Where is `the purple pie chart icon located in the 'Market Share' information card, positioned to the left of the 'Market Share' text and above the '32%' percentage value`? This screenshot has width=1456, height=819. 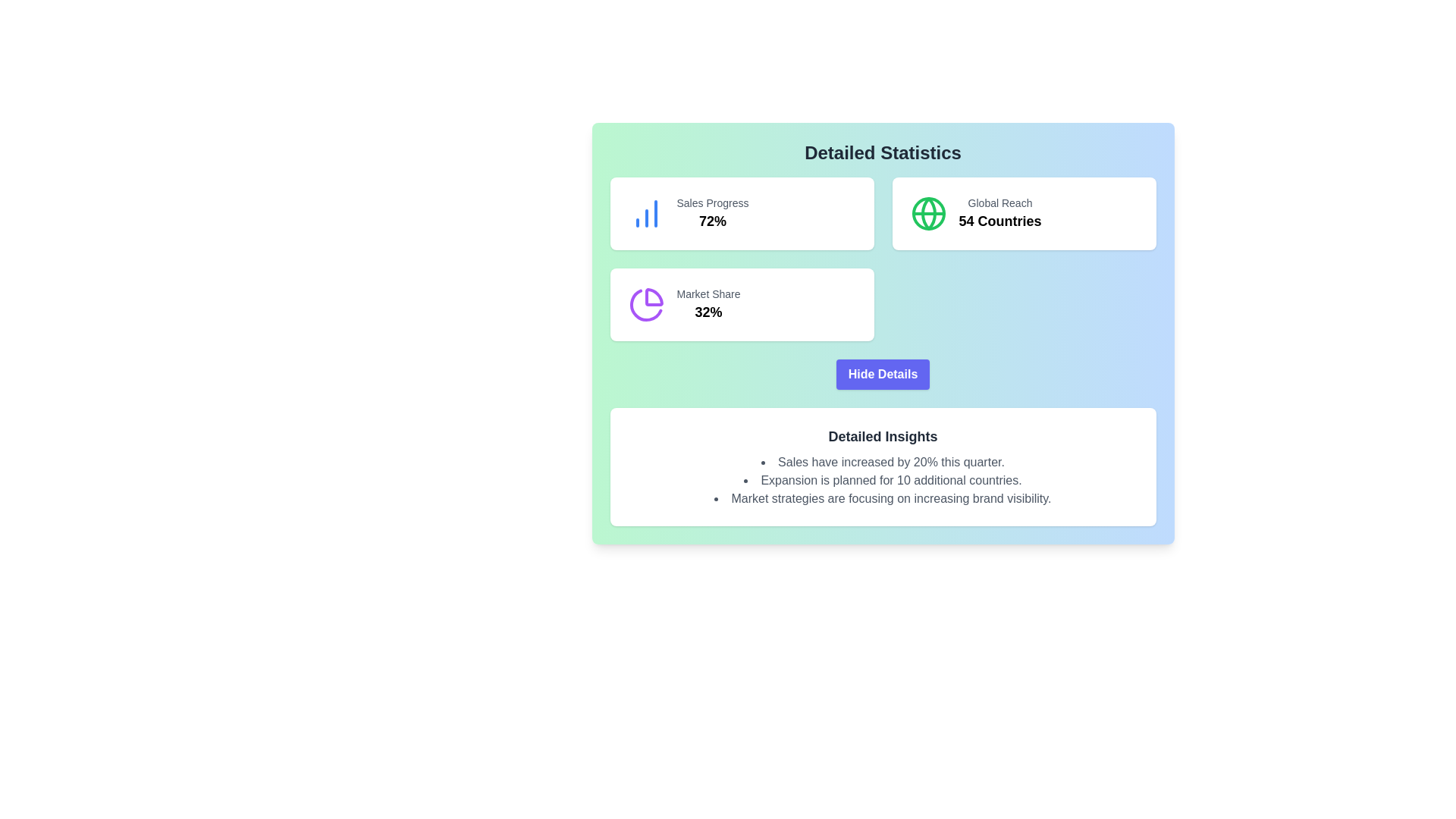
the purple pie chart icon located in the 'Market Share' information card, positioned to the left of the 'Market Share' text and above the '32%' percentage value is located at coordinates (646, 304).